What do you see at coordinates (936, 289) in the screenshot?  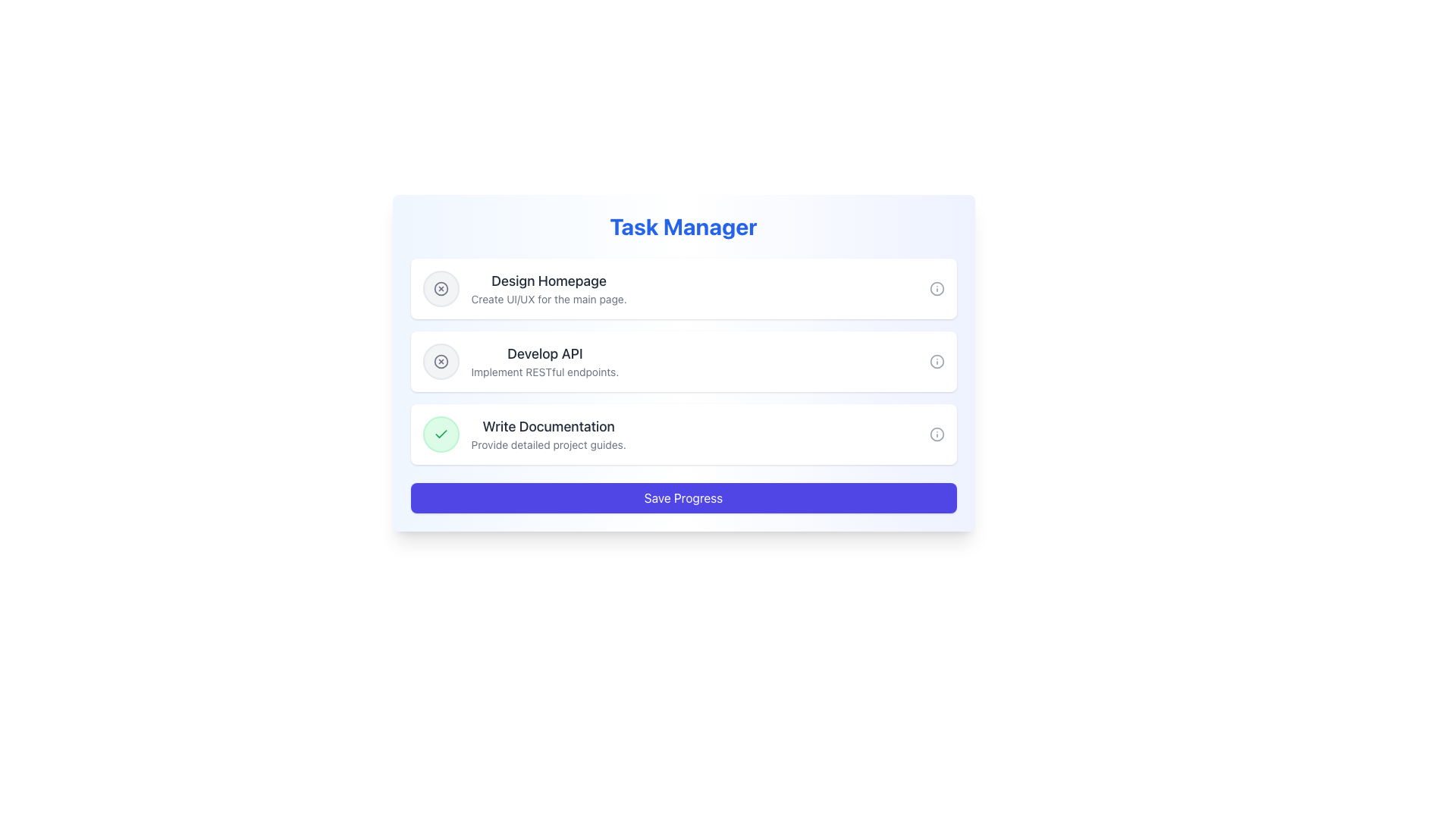 I see `the information icon, which is a gray circle with an 'i' in the center, located to the right of the task item labeled 'Design Homepage'` at bounding box center [936, 289].